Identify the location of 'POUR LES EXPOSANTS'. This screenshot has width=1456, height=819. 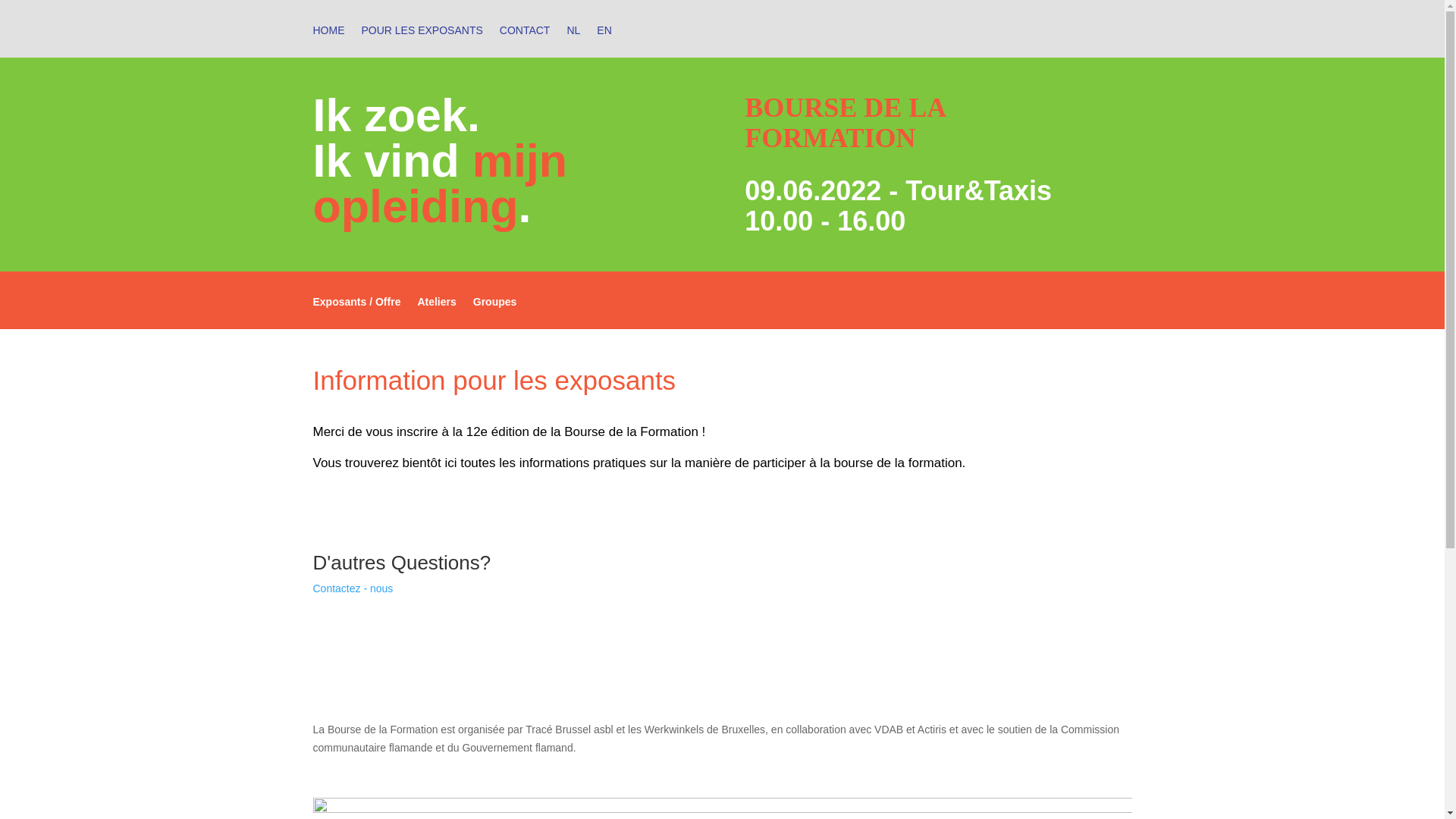
(359, 40).